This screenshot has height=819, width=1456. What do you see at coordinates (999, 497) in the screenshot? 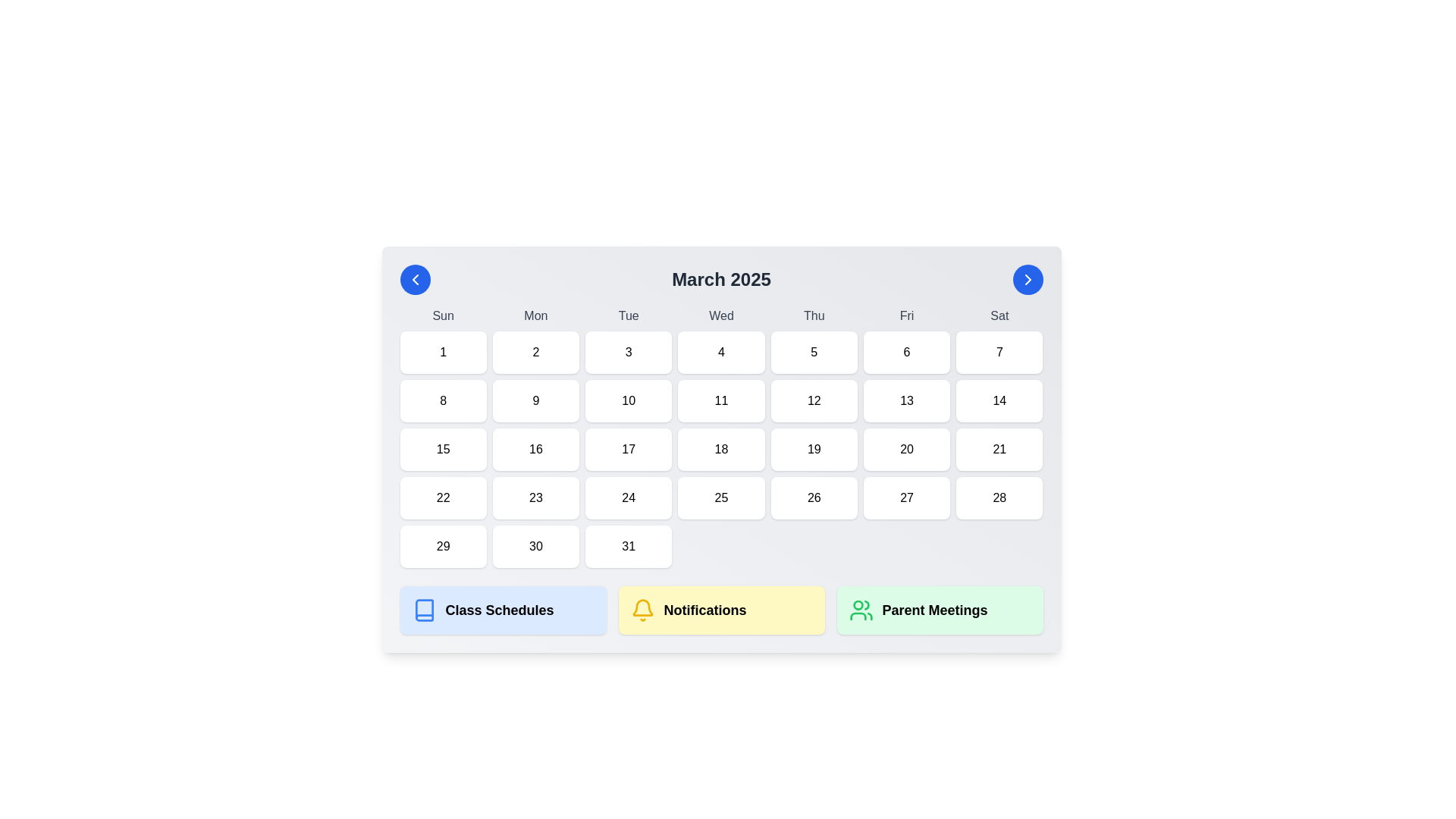
I see `the white rectangular Static Text Button displaying the number '28' located in the last column of the fifth row of the calendar grid` at bounding box center [999, 497].